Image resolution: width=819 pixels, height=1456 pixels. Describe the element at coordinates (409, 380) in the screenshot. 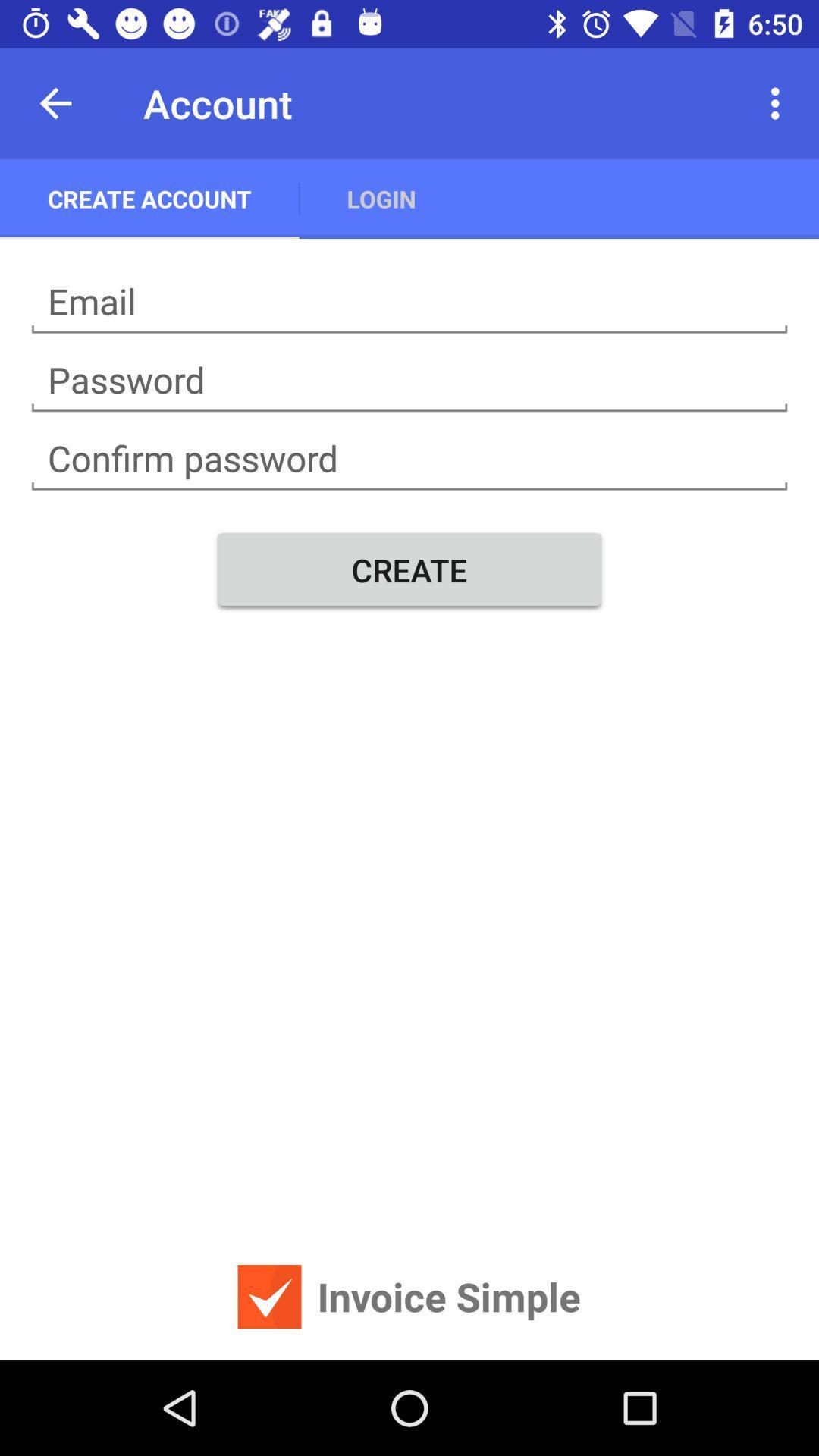

I see `password` at that location.